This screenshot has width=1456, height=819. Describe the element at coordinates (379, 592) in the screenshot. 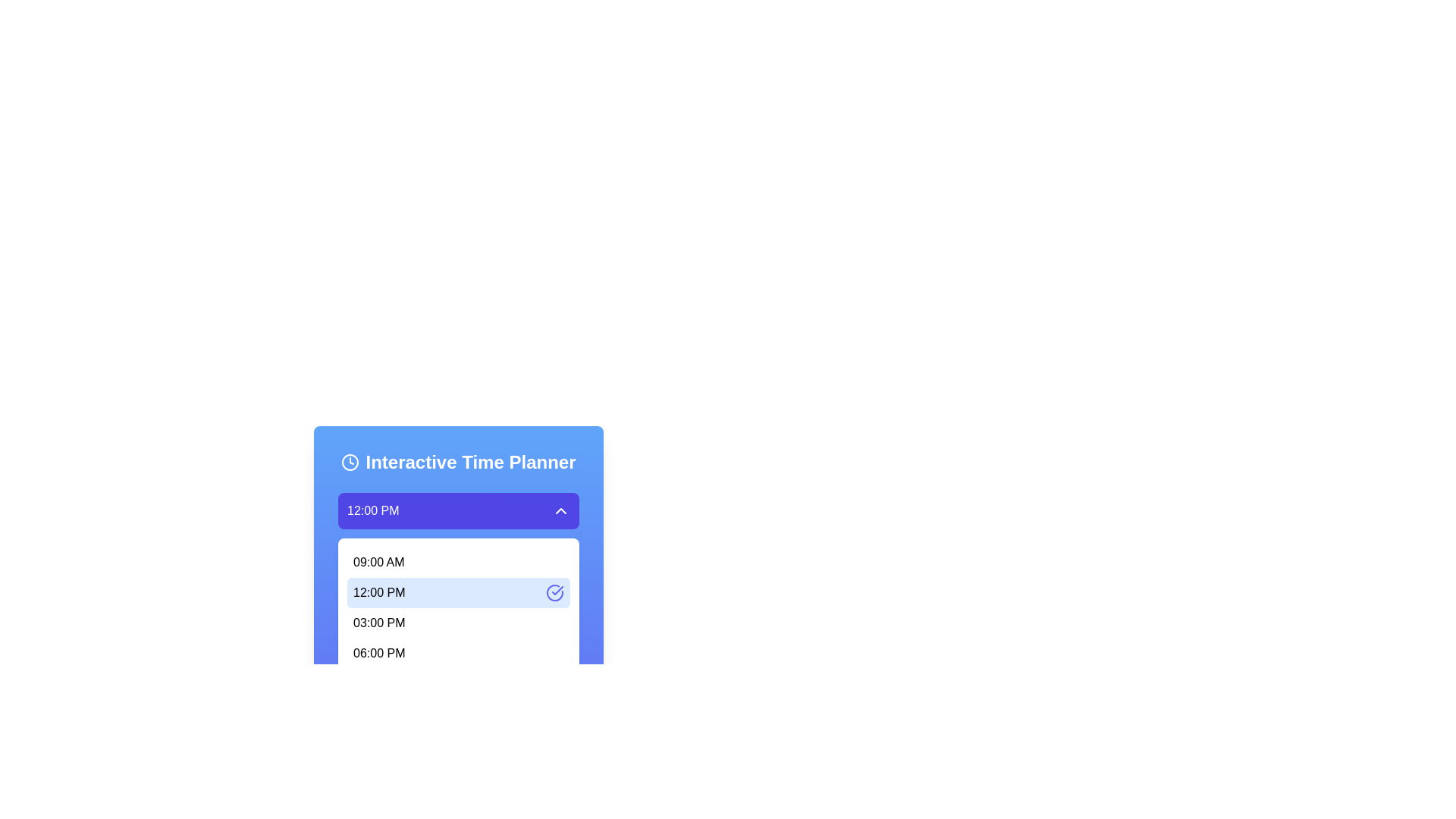

I see `the selectable time option text label in the time planner interface, located to the left of the check mark icon` at that location.